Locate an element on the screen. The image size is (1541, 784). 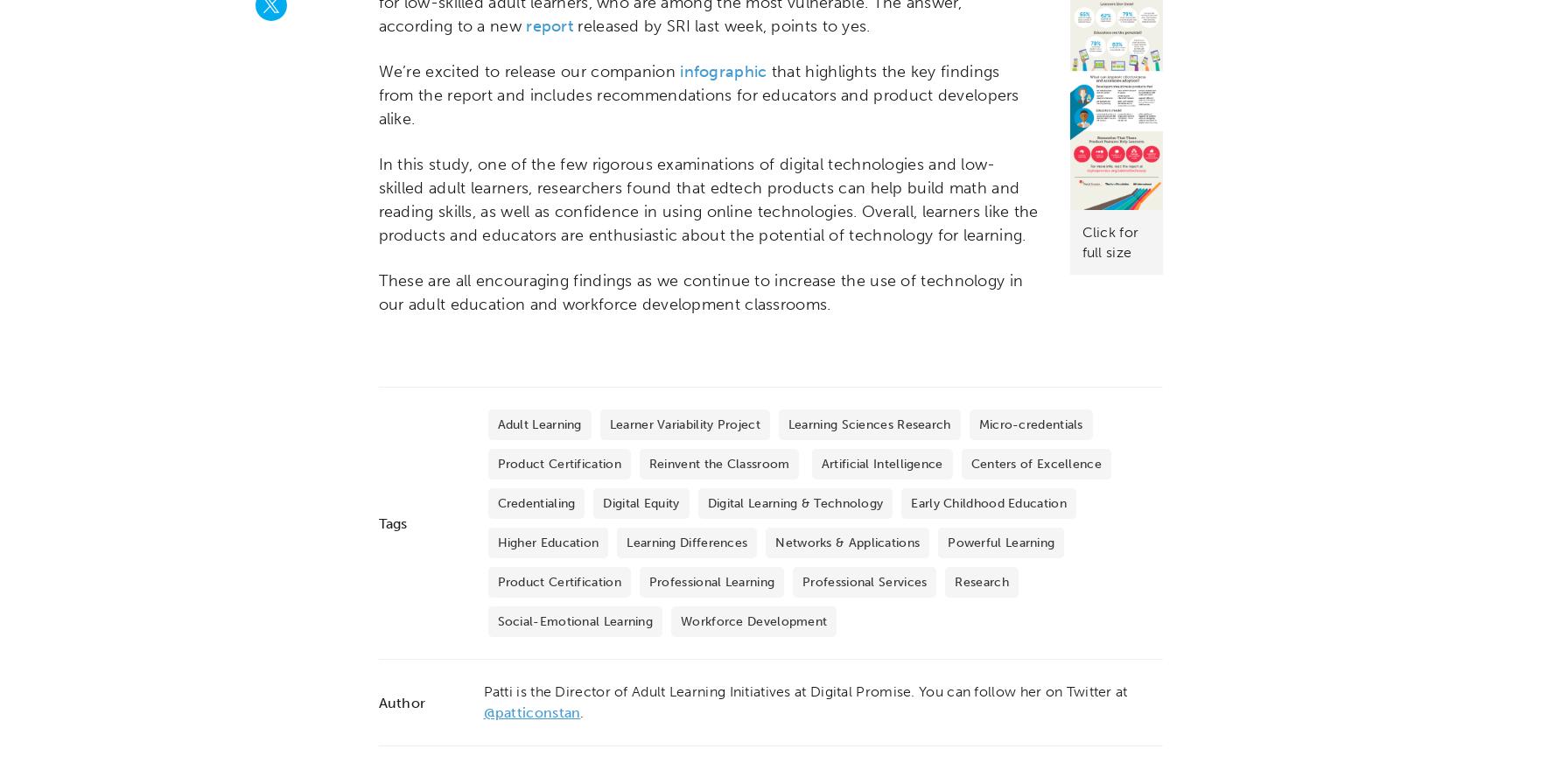
'Professional Services' is located at coordinates (863, 582).